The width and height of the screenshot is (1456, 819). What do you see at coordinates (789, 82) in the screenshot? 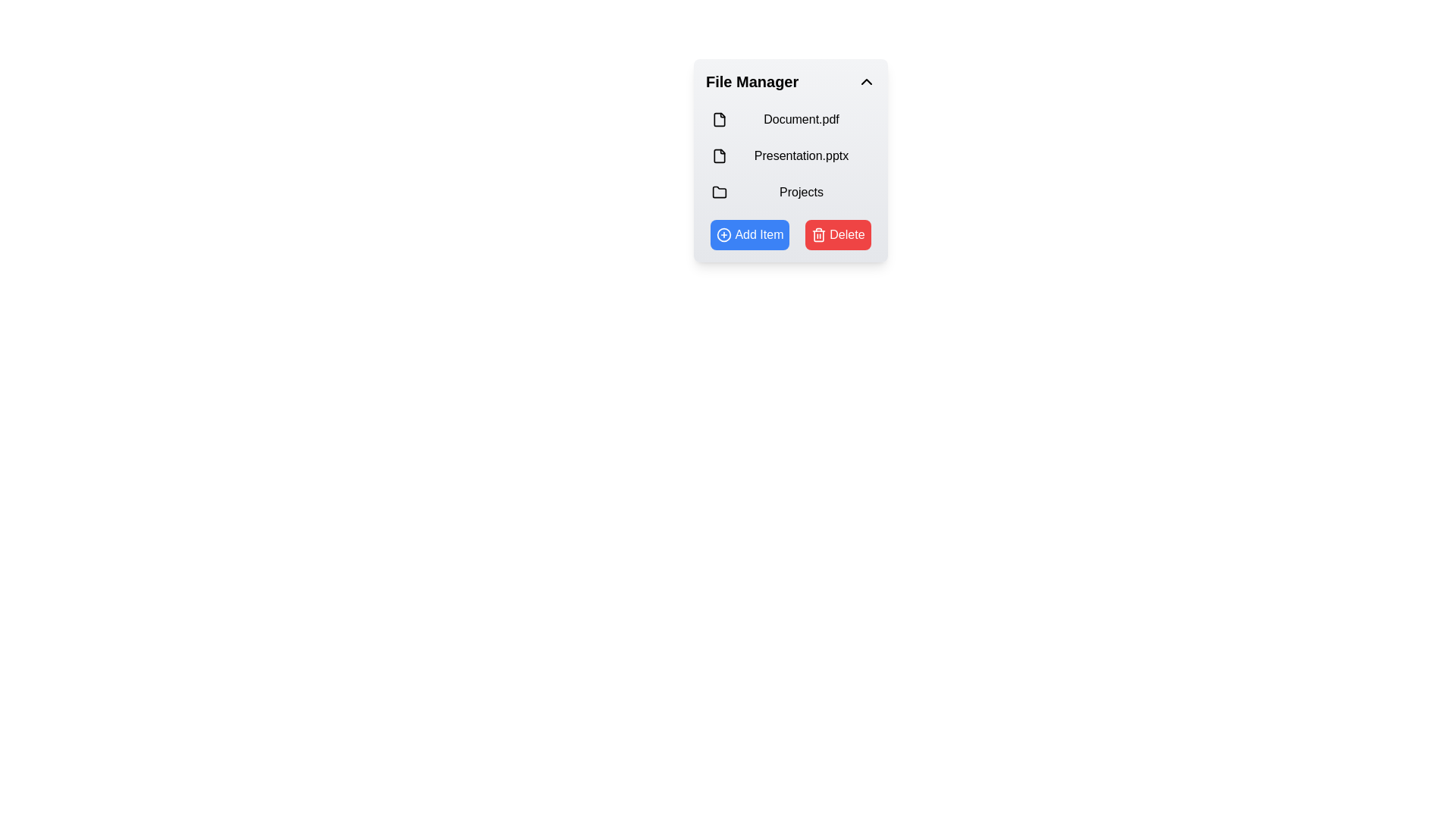
I see `on the 'File Manager' dropdown header which is styled with a light background and includes a chevron icon for toggling the section` at bounding box center [789, 82].